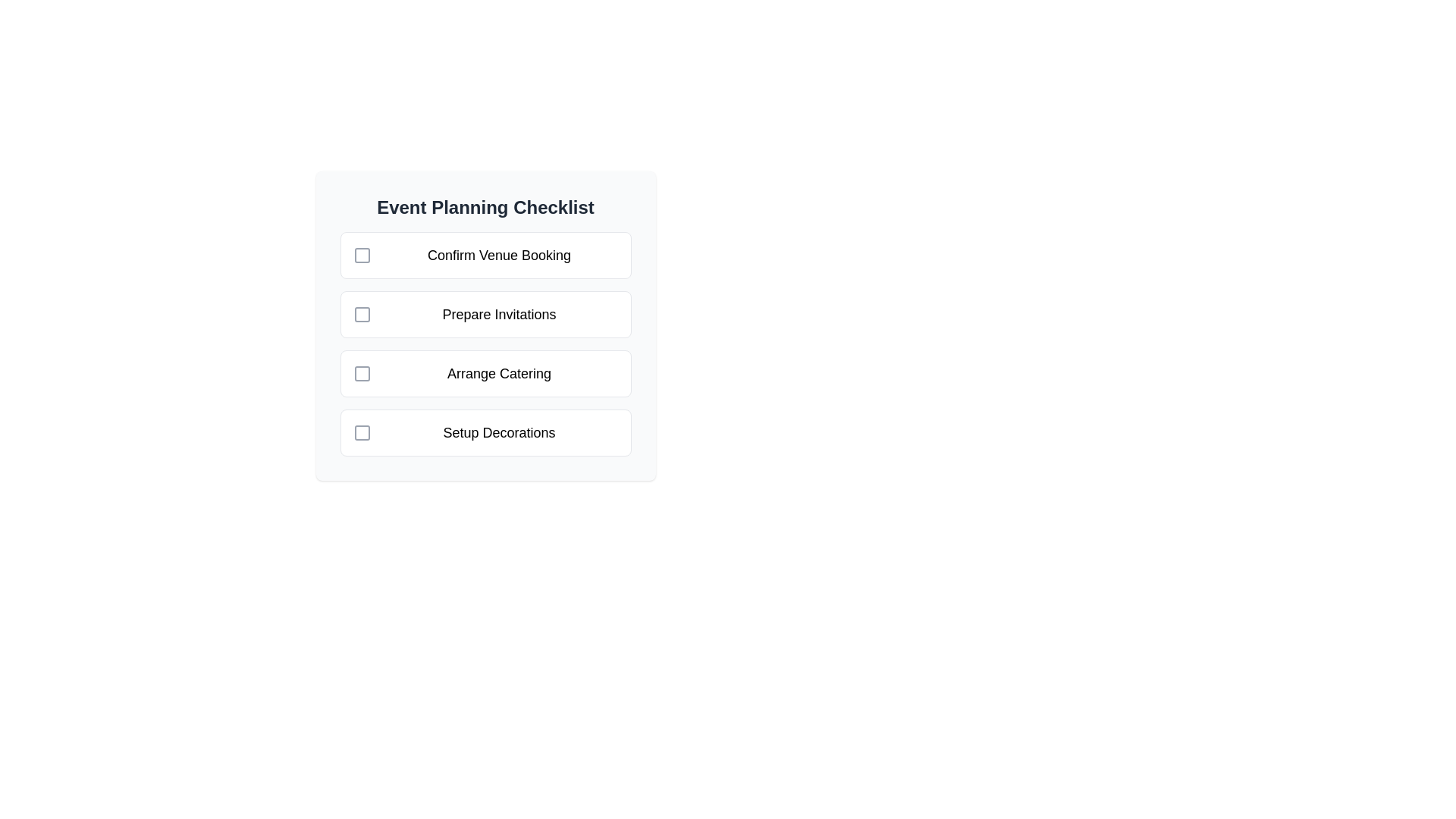  Describe the element at coordinates (361, 432) in the screenshot. I see `the checkbox for the task 'Setup Decorations' in the 'Event Planning Checklist'` at that location.